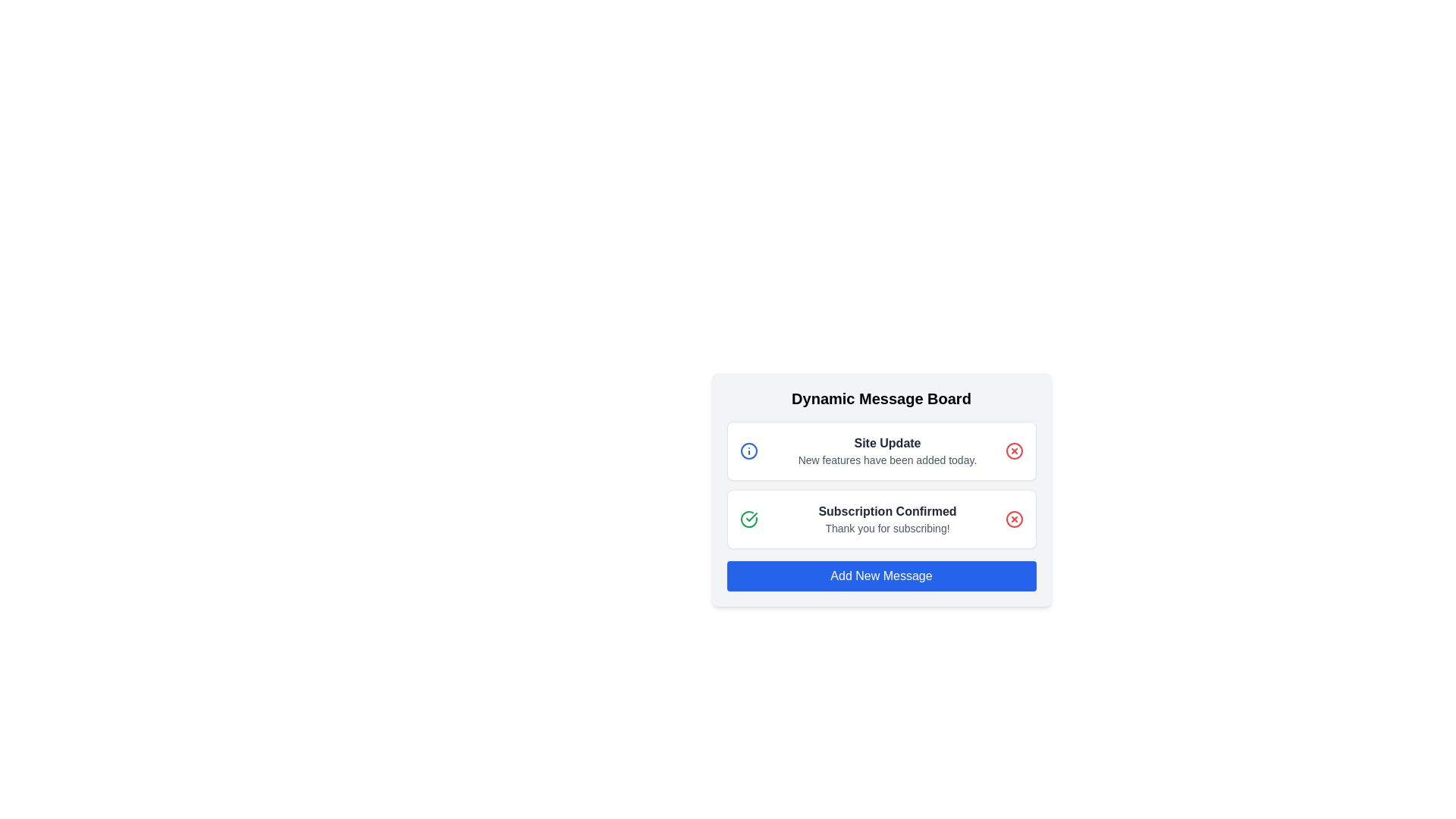 The height and width of the screenshot is (819, 1456). I want to click on the Decorative Icon associated with the 'Site Update' notification, located at the top-left corner of the notification card, so click(748, 450).